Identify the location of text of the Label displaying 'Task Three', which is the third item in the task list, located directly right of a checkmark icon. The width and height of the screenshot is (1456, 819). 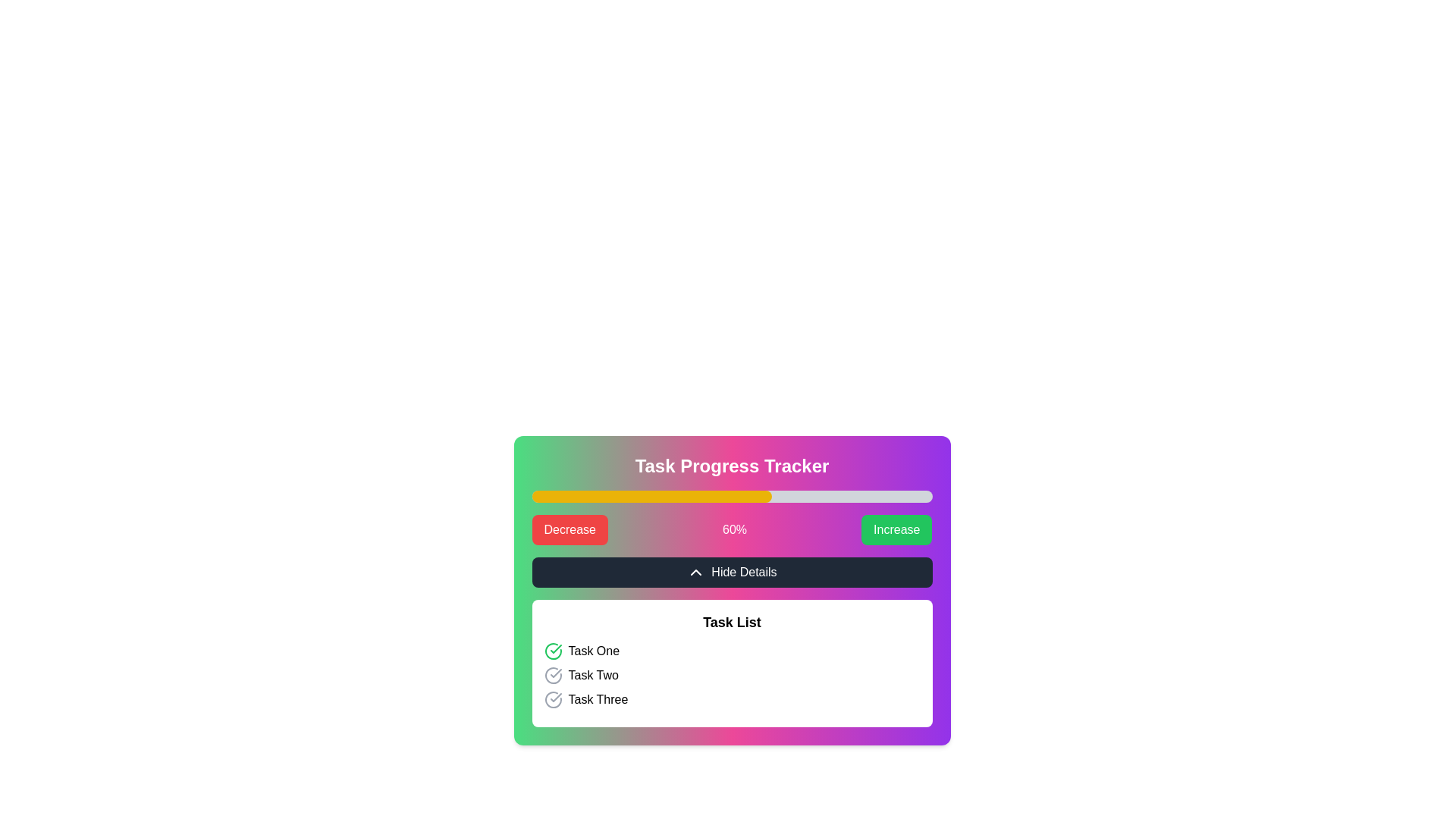
(597, 699).